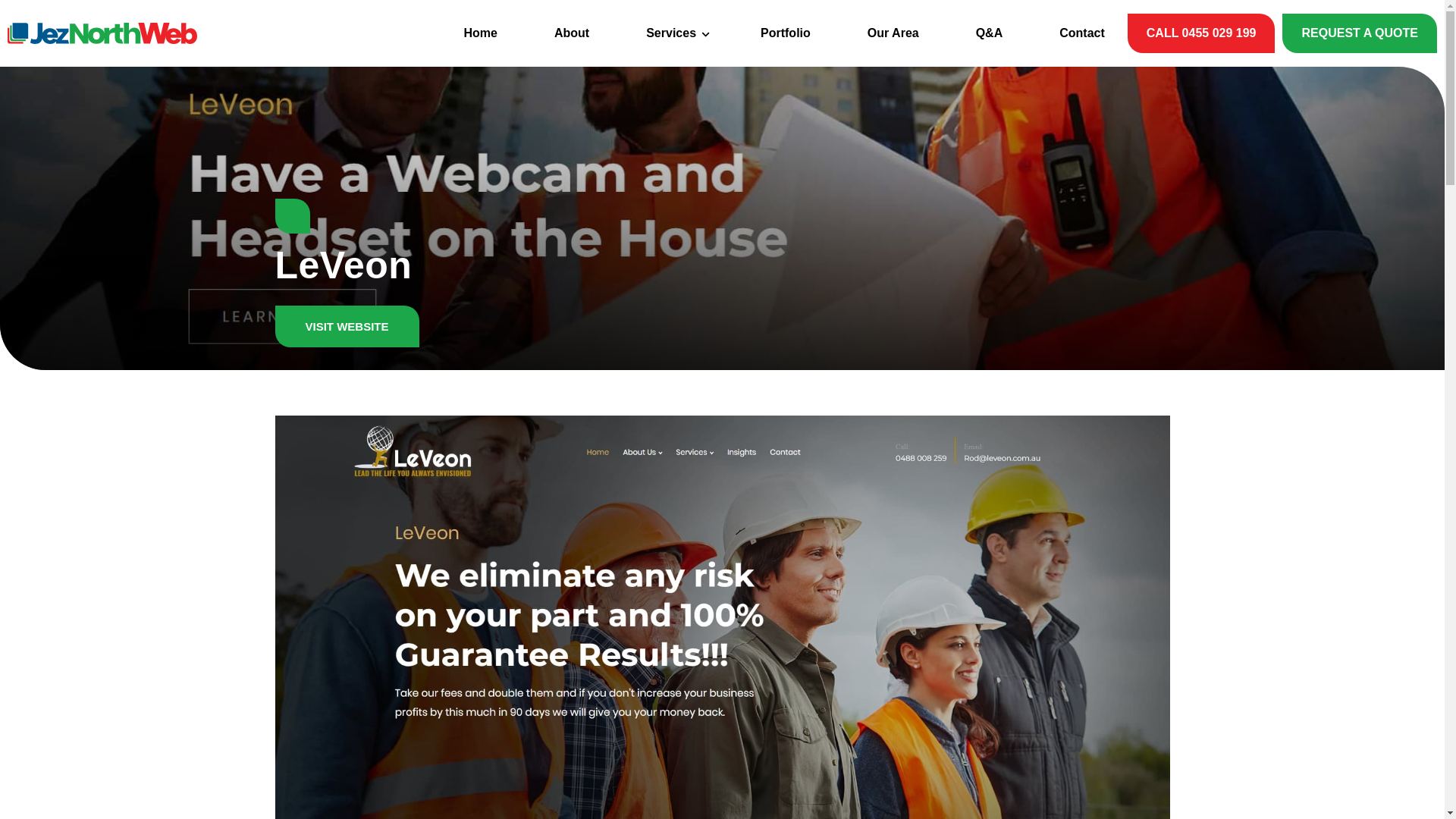 Image resolution: width=1456 pixels, height=819 pixels. I want to click on 'Portfolio', so click(786, 33).